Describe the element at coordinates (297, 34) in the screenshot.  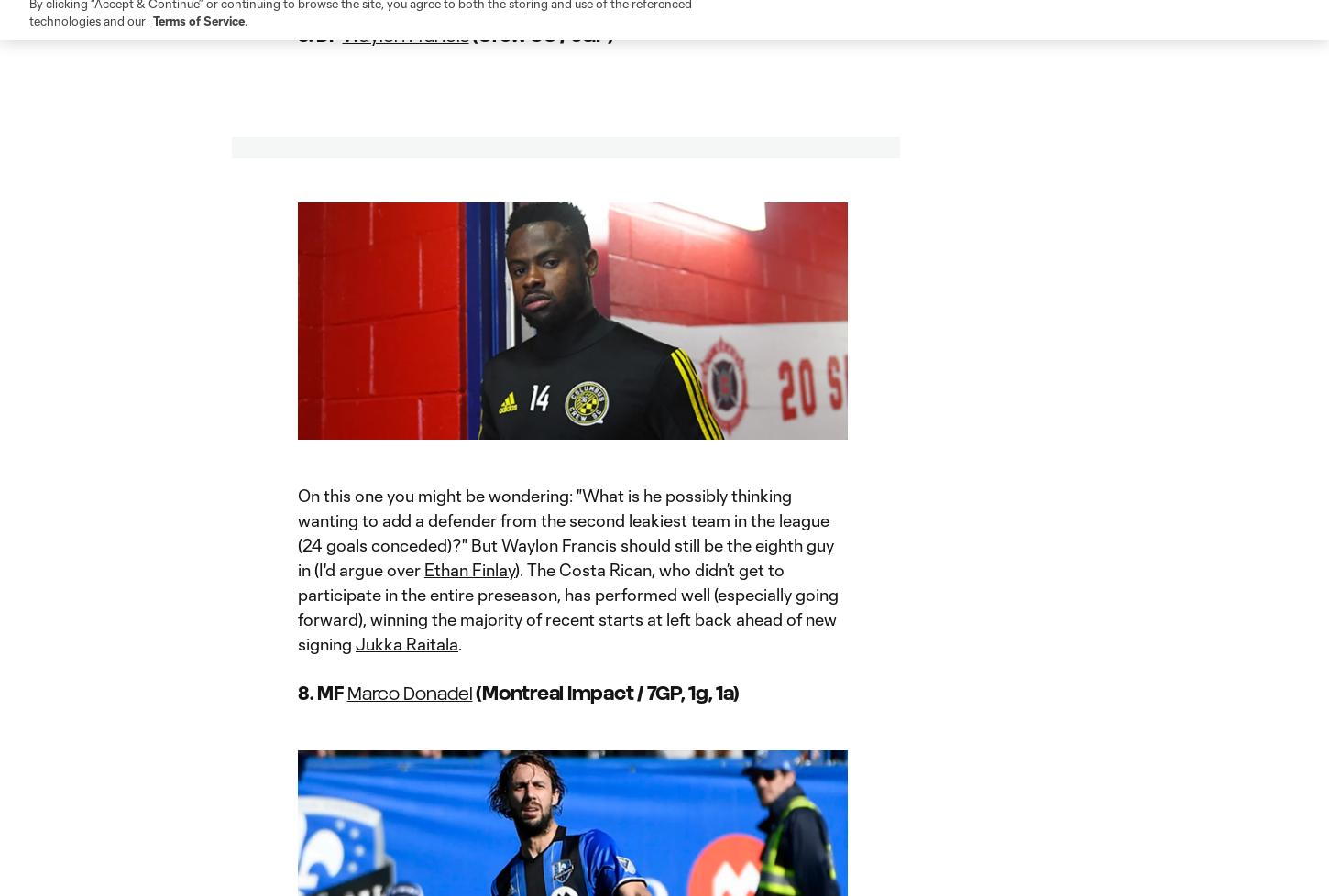
I see `'9. DF'` at that location.